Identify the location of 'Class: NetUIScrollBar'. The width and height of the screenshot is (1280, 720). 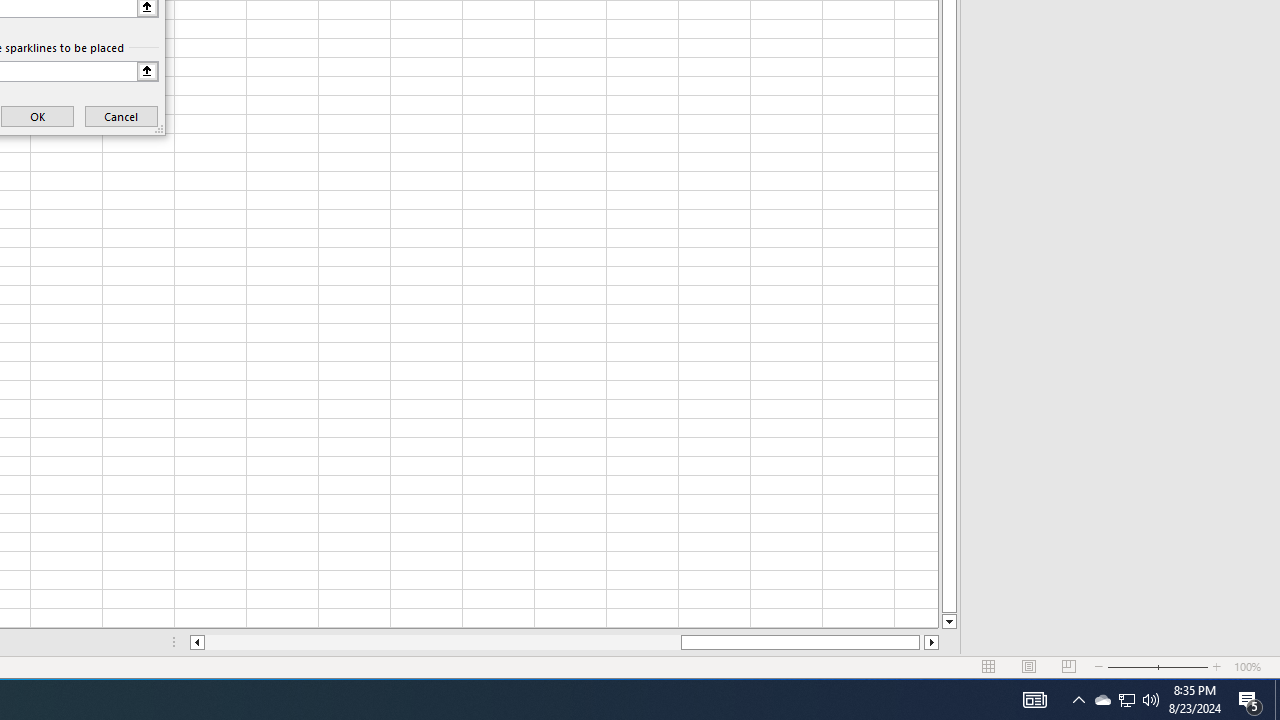
(563, 642).